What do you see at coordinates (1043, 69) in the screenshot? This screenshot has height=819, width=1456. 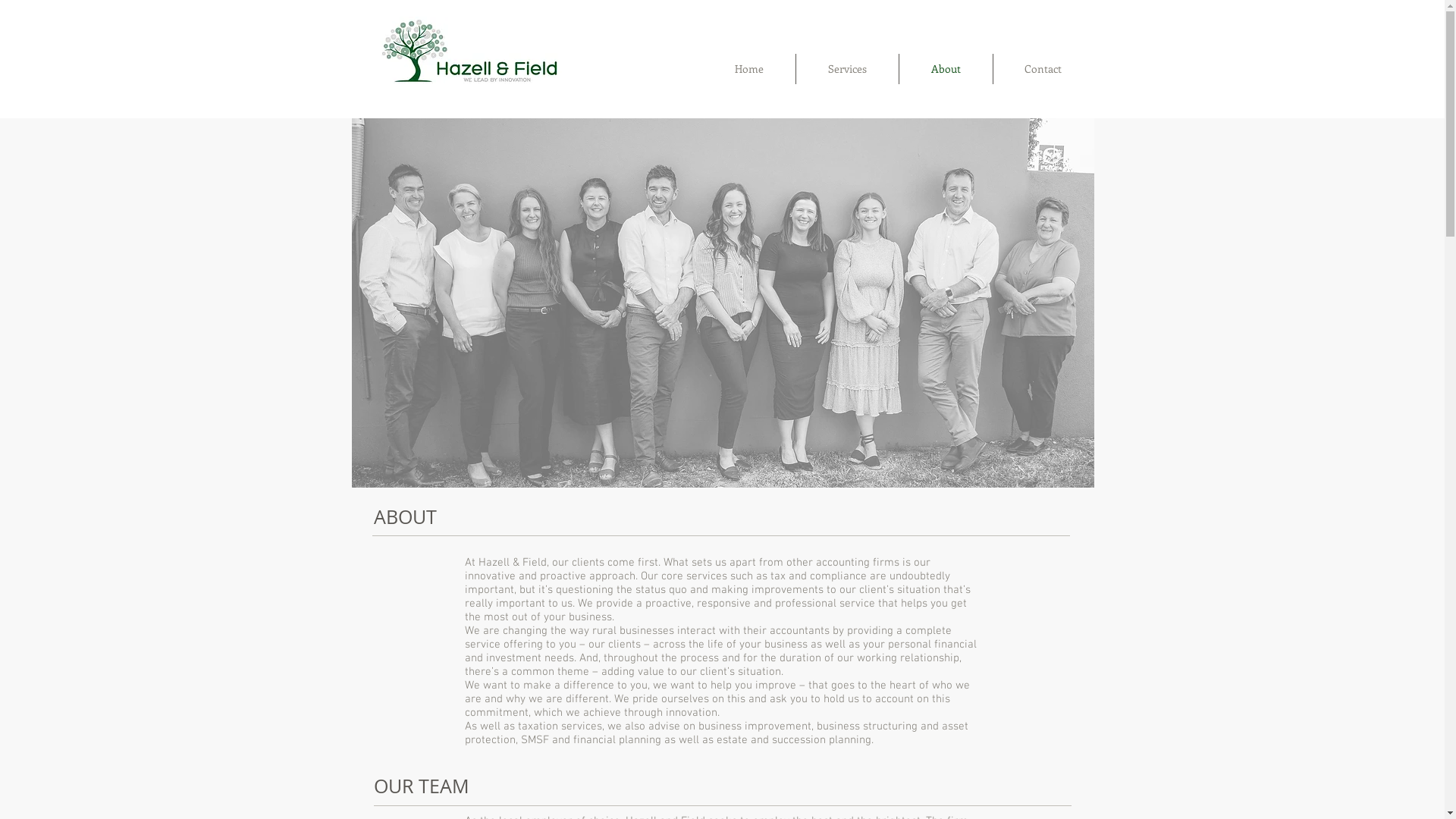 I see `'Contact'` at bounding box center [1043, 69].